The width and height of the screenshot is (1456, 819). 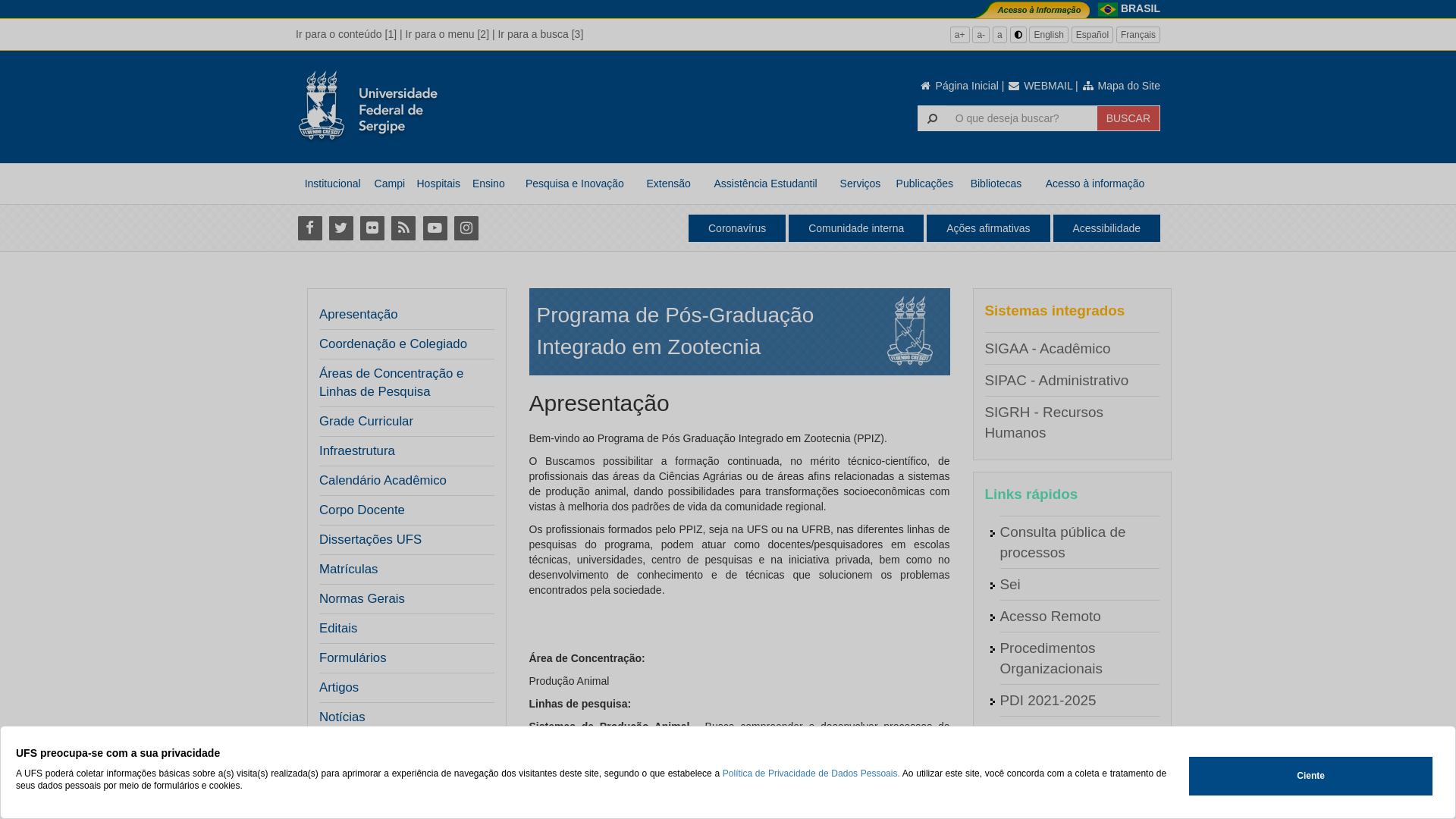 I want to click on 'Instagram', so click(x=465, y=227).